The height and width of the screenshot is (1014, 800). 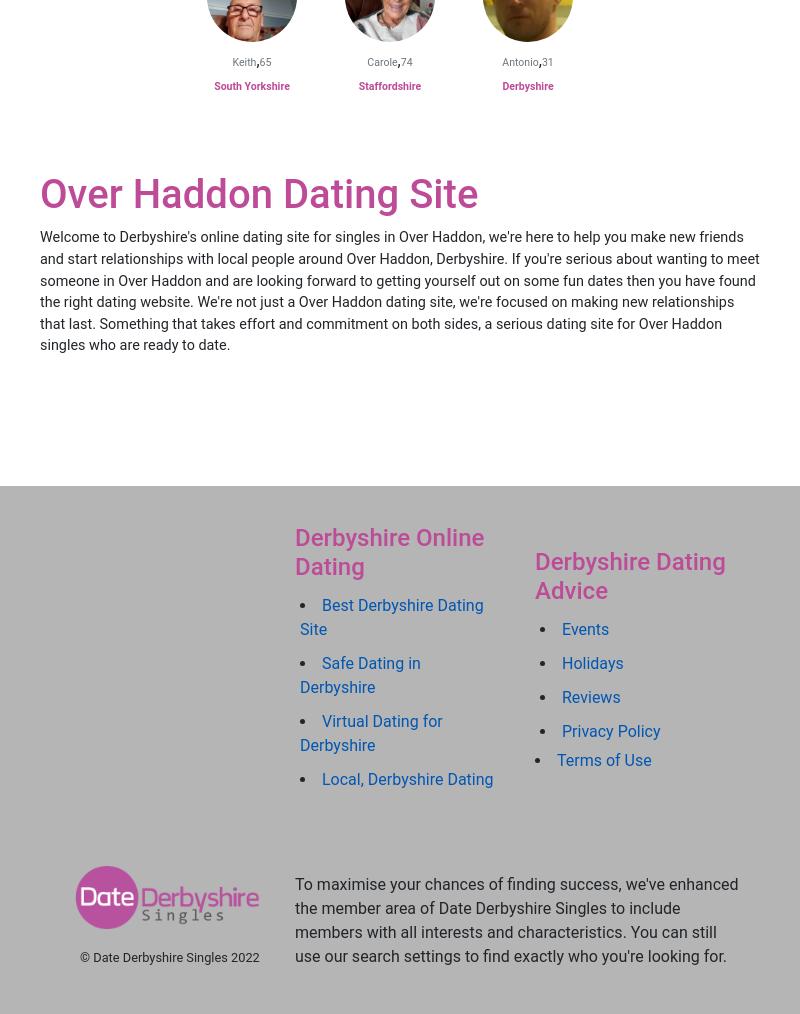 What do you see at coordinates (562, 663) in the screenshot?
I see `'Holidays'` at bounding box center [562, 663].